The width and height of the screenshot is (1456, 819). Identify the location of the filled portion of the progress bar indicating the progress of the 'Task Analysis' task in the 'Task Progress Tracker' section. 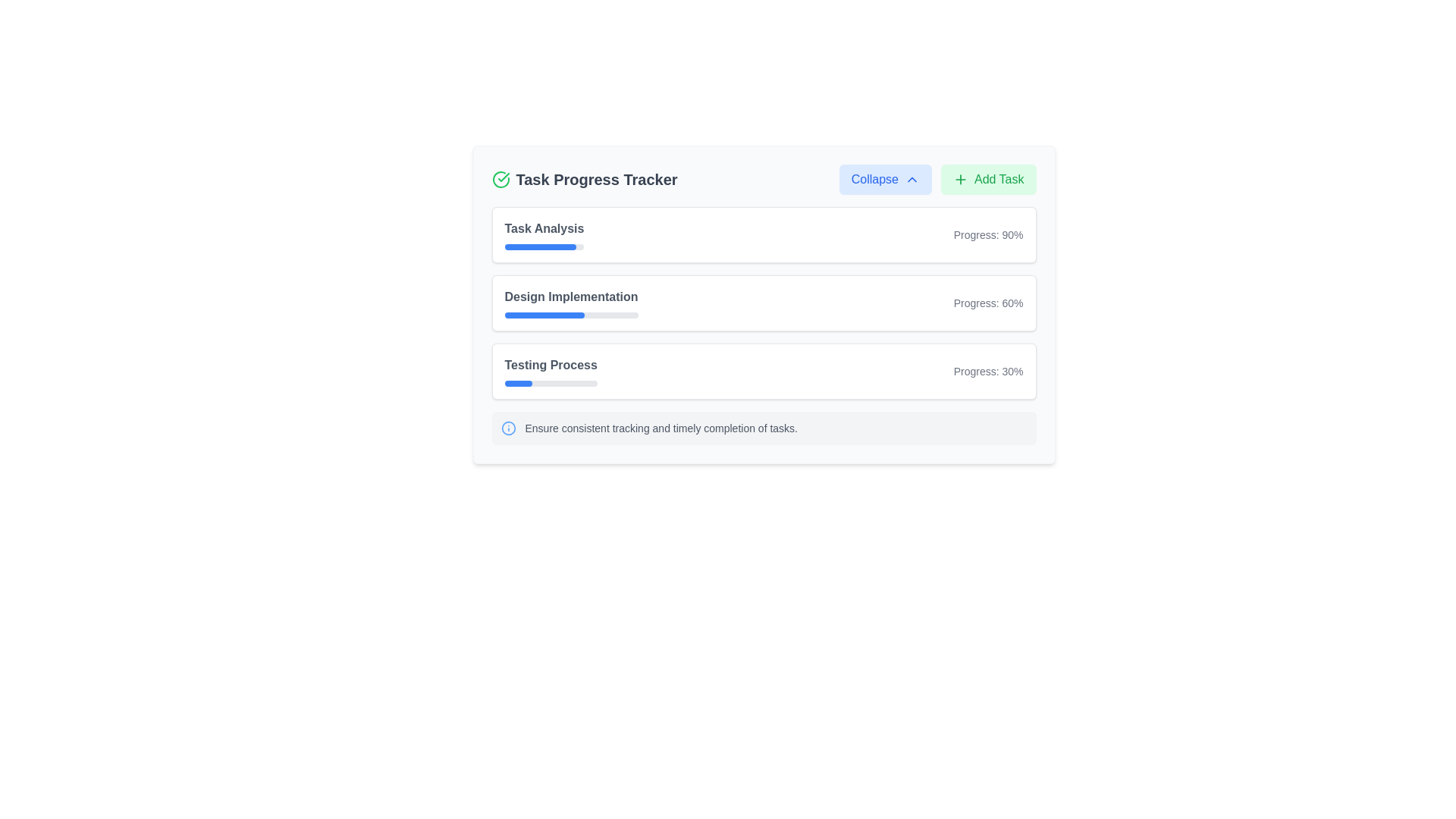
(540, 246).